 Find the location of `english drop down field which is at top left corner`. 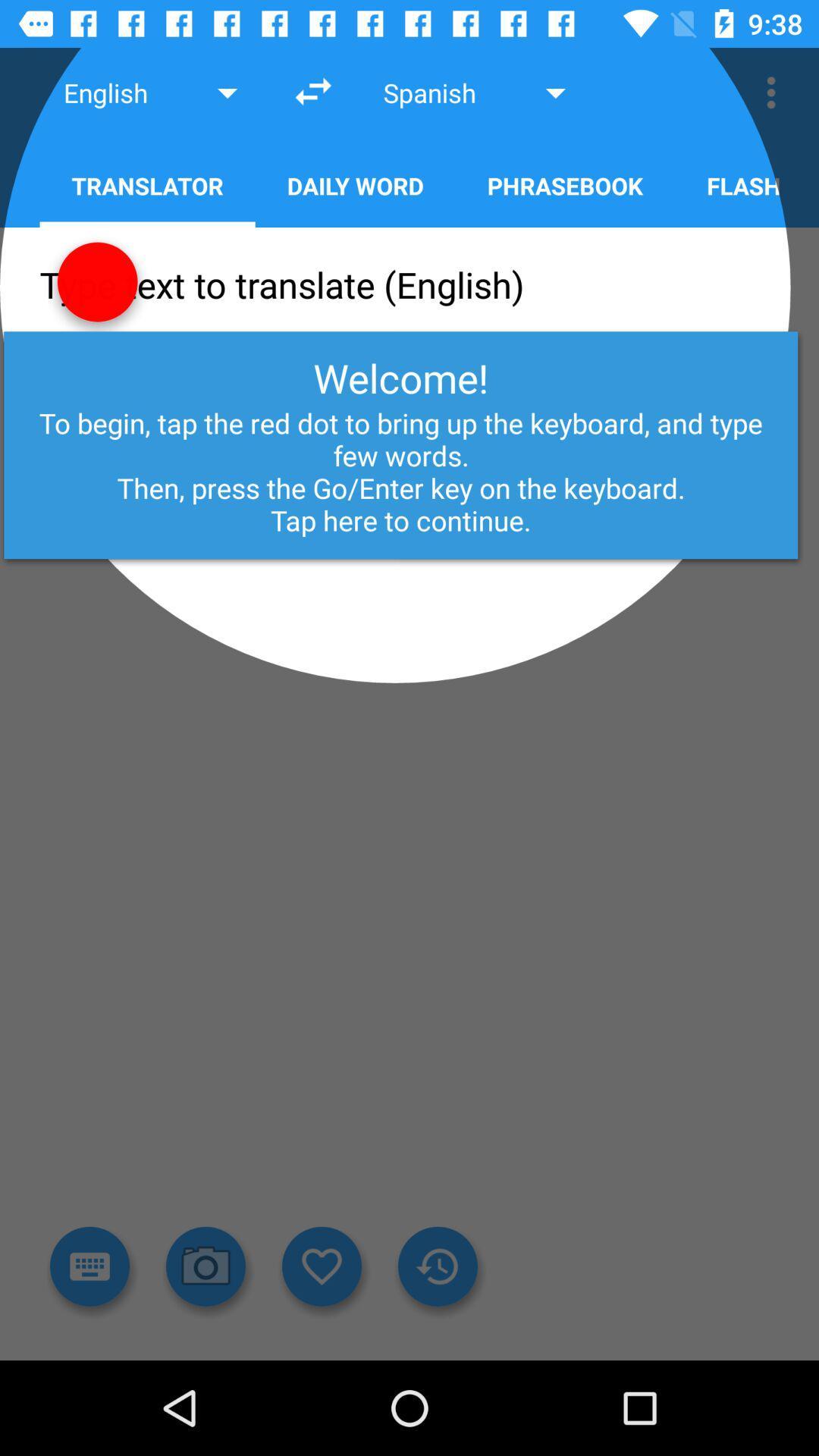

english drop down field which is at top left corner is located at coordinates (153, 92).